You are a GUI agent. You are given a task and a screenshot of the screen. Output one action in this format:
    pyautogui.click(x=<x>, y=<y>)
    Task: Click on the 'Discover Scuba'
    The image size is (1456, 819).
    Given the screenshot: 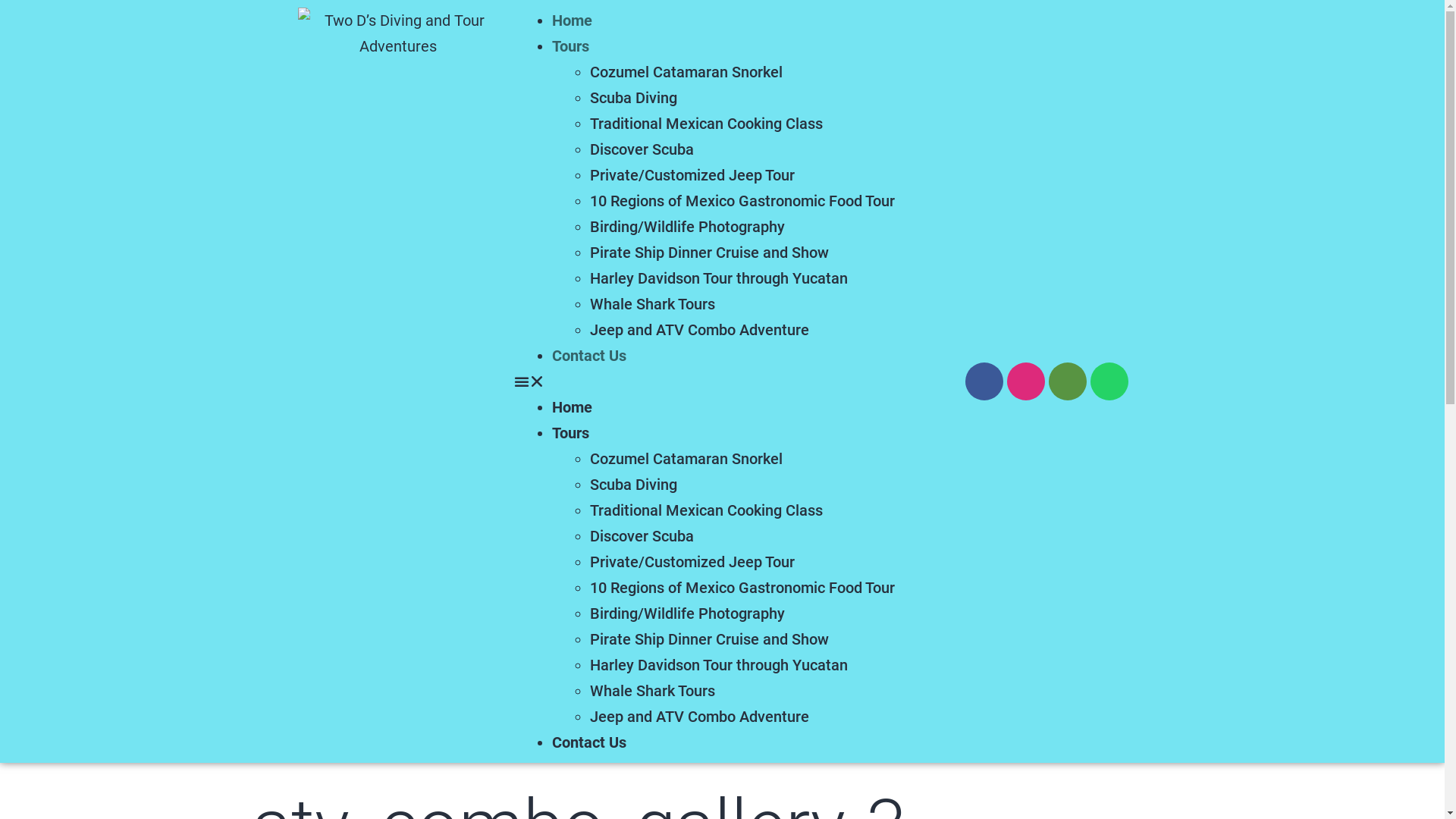 What is the action you would take?
    pyautogui.click(x=642, y=149)
    